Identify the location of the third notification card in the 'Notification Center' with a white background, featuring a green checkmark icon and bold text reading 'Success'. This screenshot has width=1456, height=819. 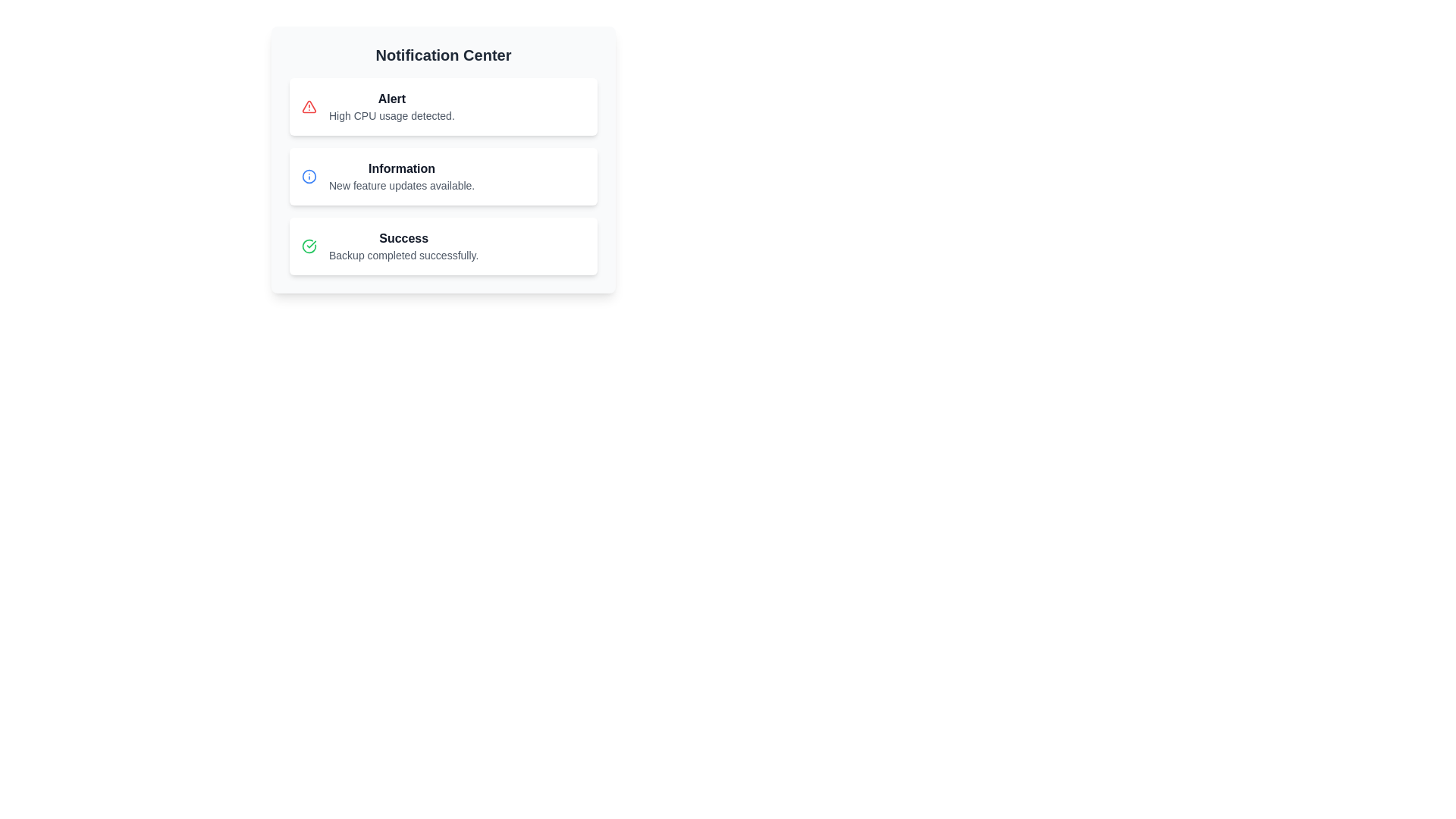
(443, 245).